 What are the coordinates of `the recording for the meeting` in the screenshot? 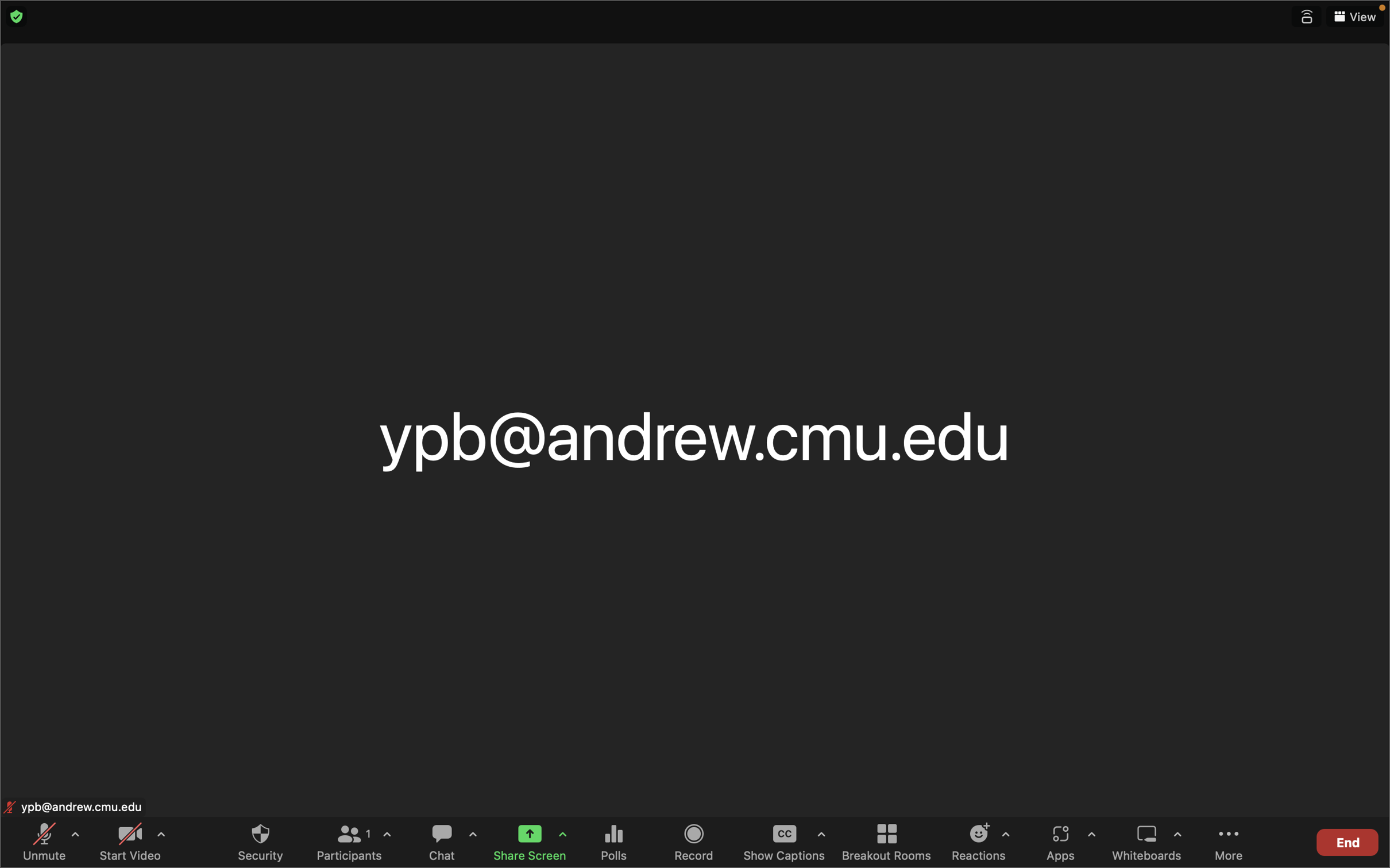 It's located at (695, 841).